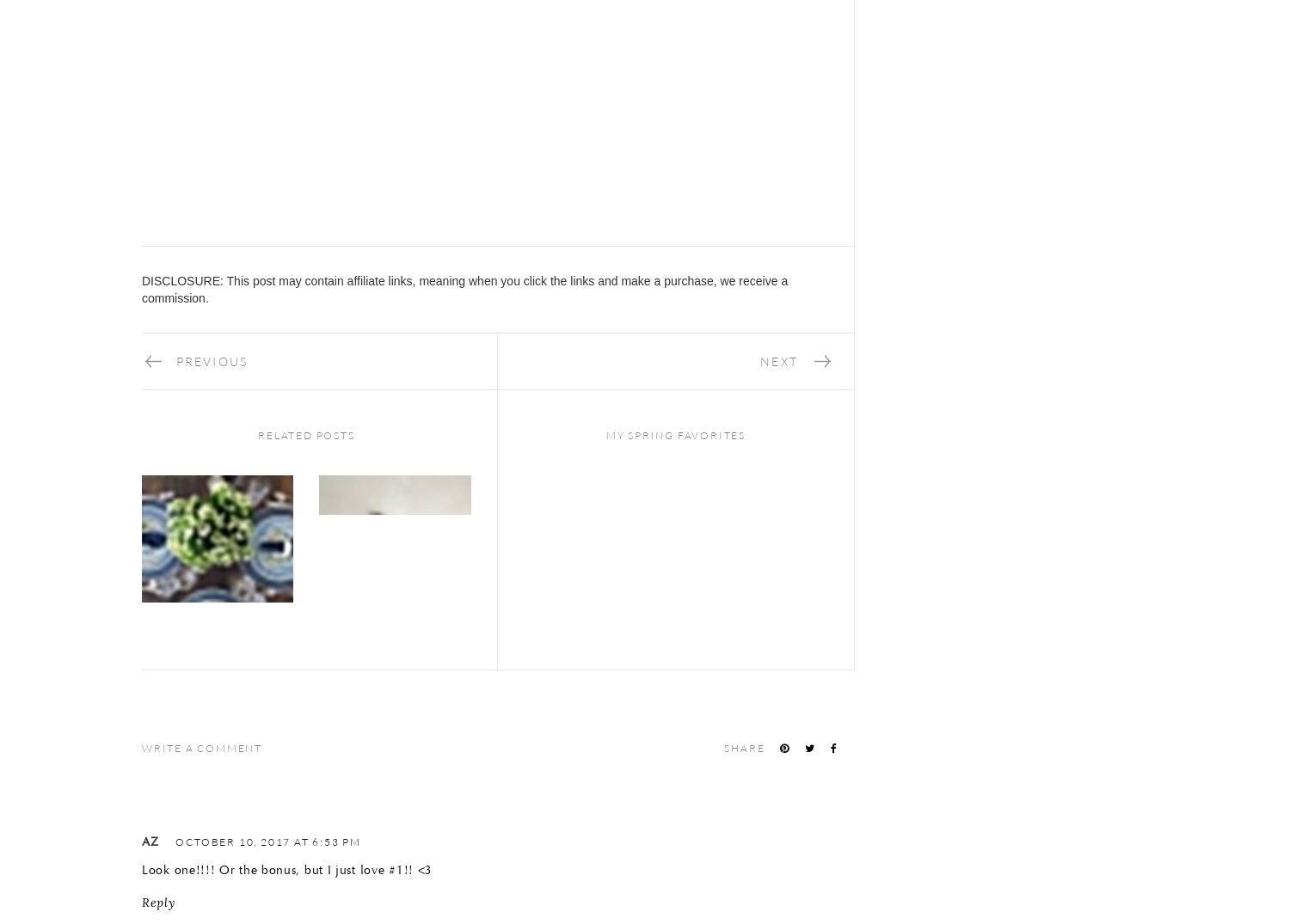 This screenshot has width=1290, height=924. What do you see at coordinates (674, 434) in the screenshot?
I see `'My Spring Favorites'` at bounding box center [674, 434].